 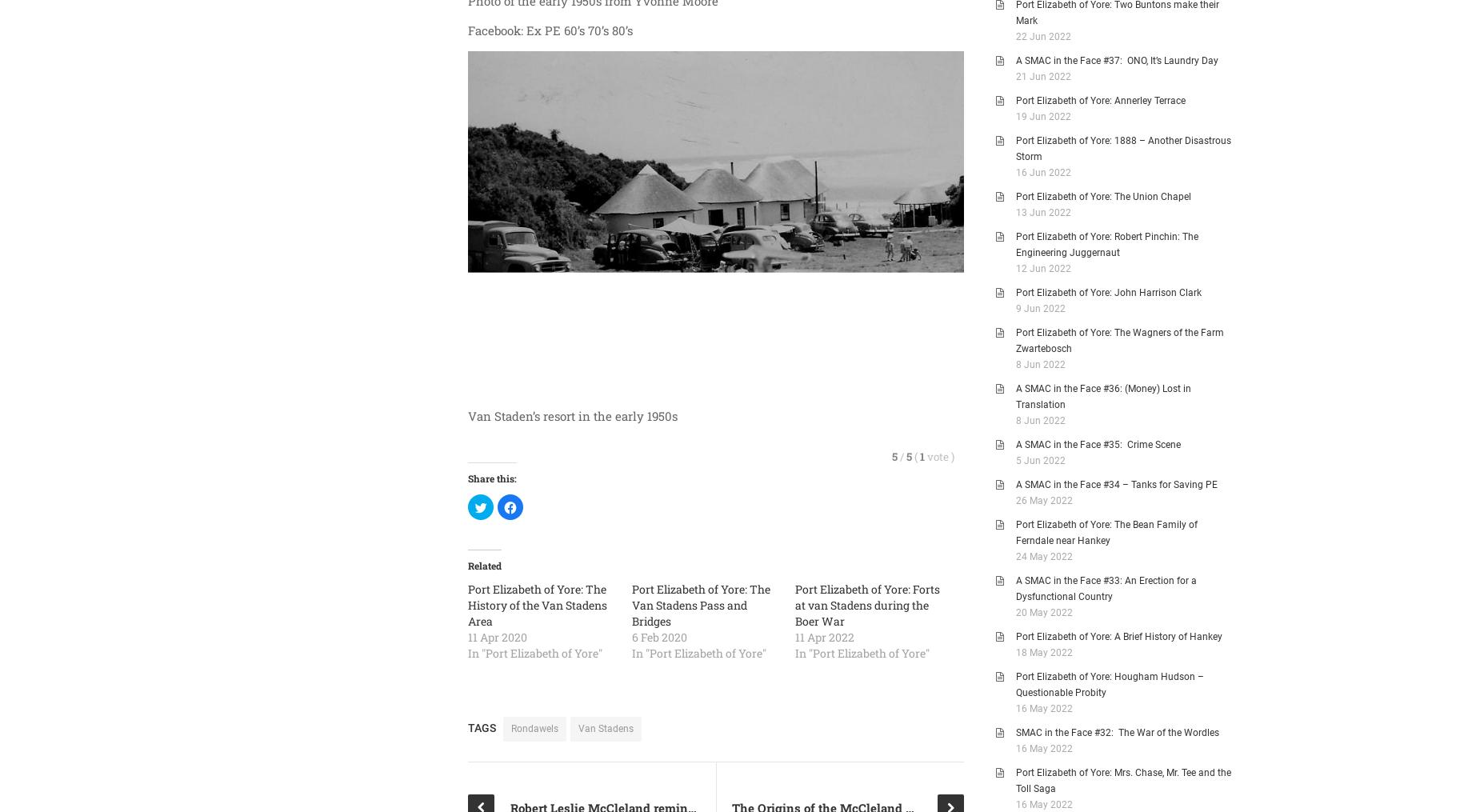 What do you see at coordinates (1015, 499) in the screenshot?
I see `'26 May 2022'` at bounding box center [1015, 499].